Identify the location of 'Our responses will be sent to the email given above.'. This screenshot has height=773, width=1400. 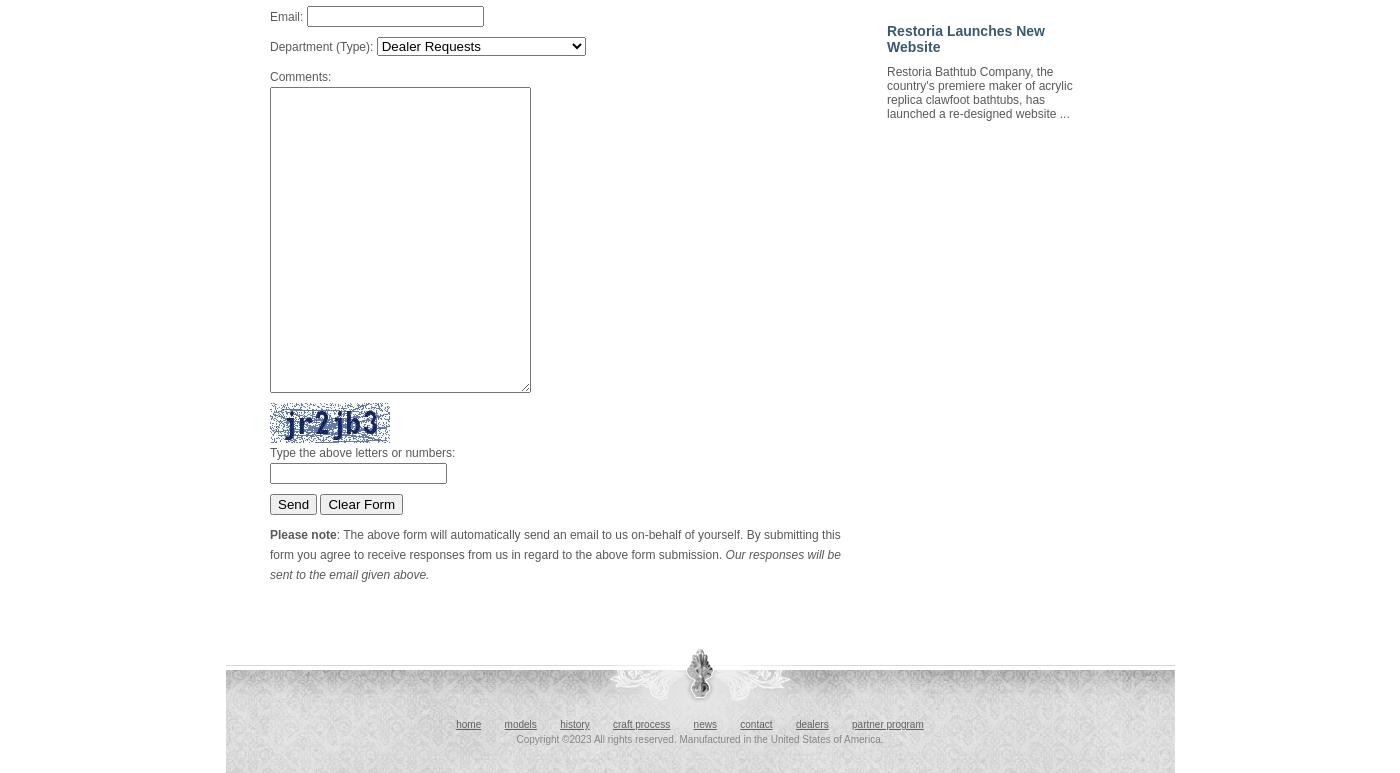
(554, 564).